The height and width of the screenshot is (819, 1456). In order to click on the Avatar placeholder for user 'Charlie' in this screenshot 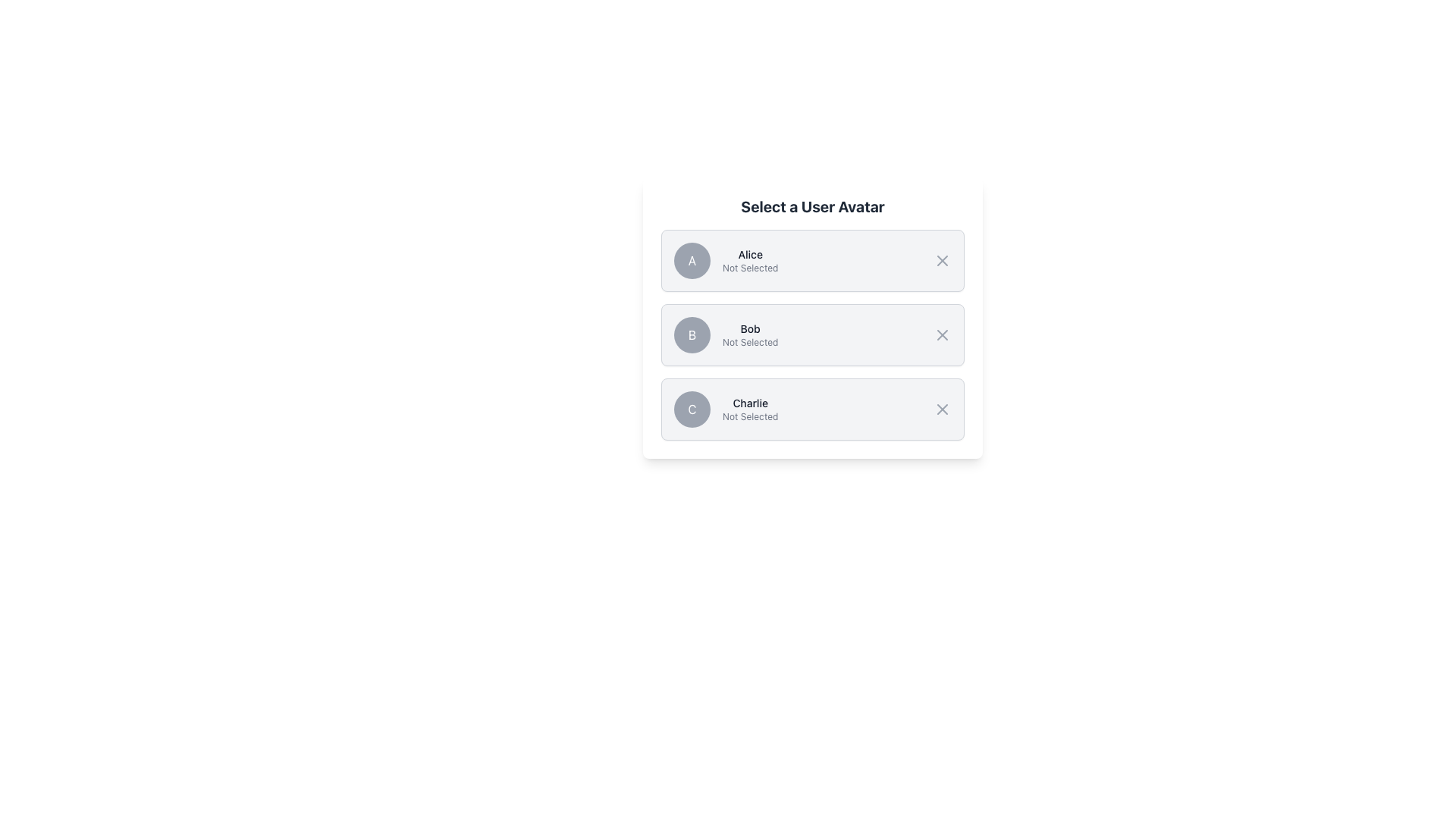, I will do `click(691, 409)`.